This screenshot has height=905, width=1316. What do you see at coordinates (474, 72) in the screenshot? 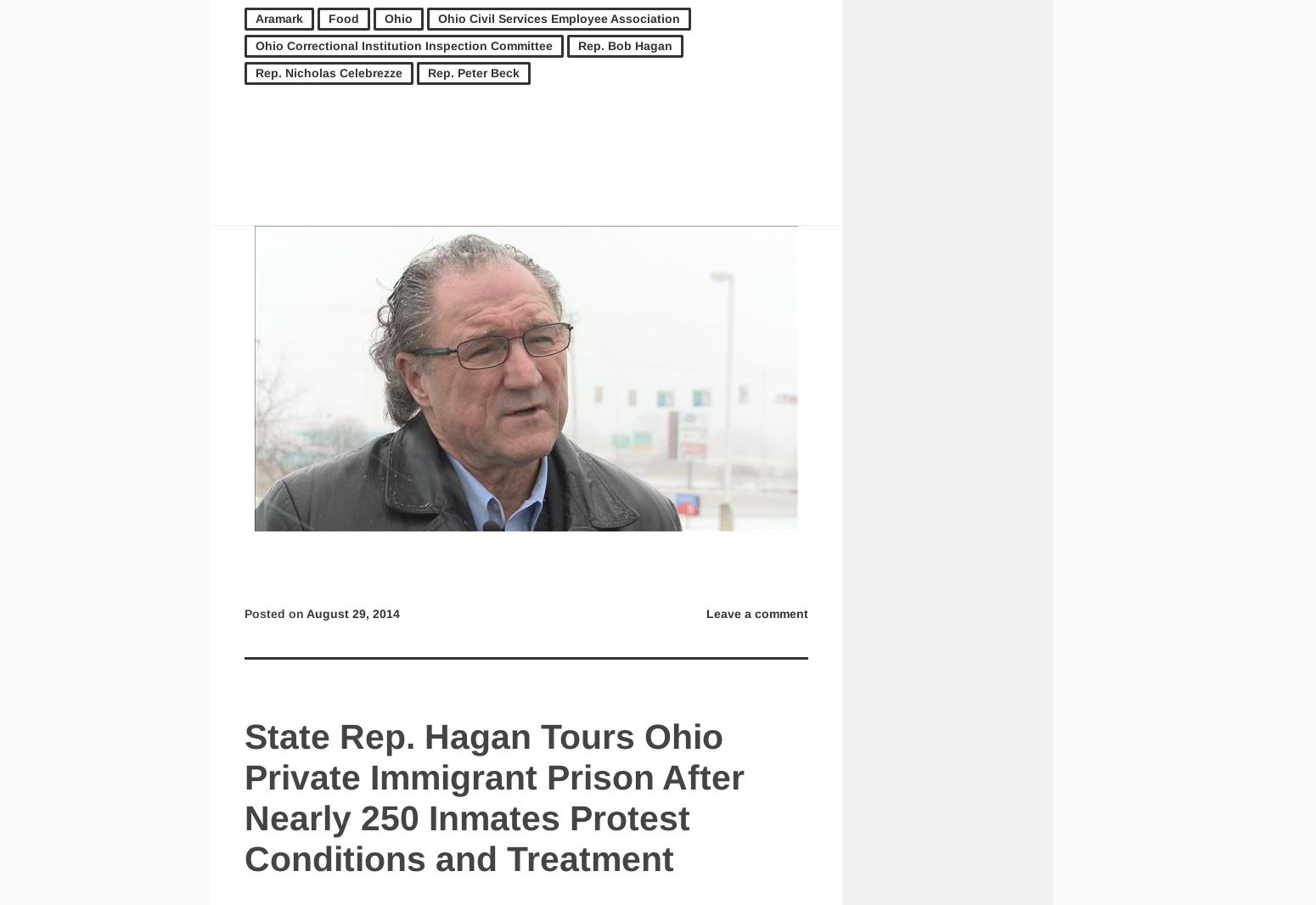
I see `'Rep. Peter Beck'` at bounding box center [474, 72].